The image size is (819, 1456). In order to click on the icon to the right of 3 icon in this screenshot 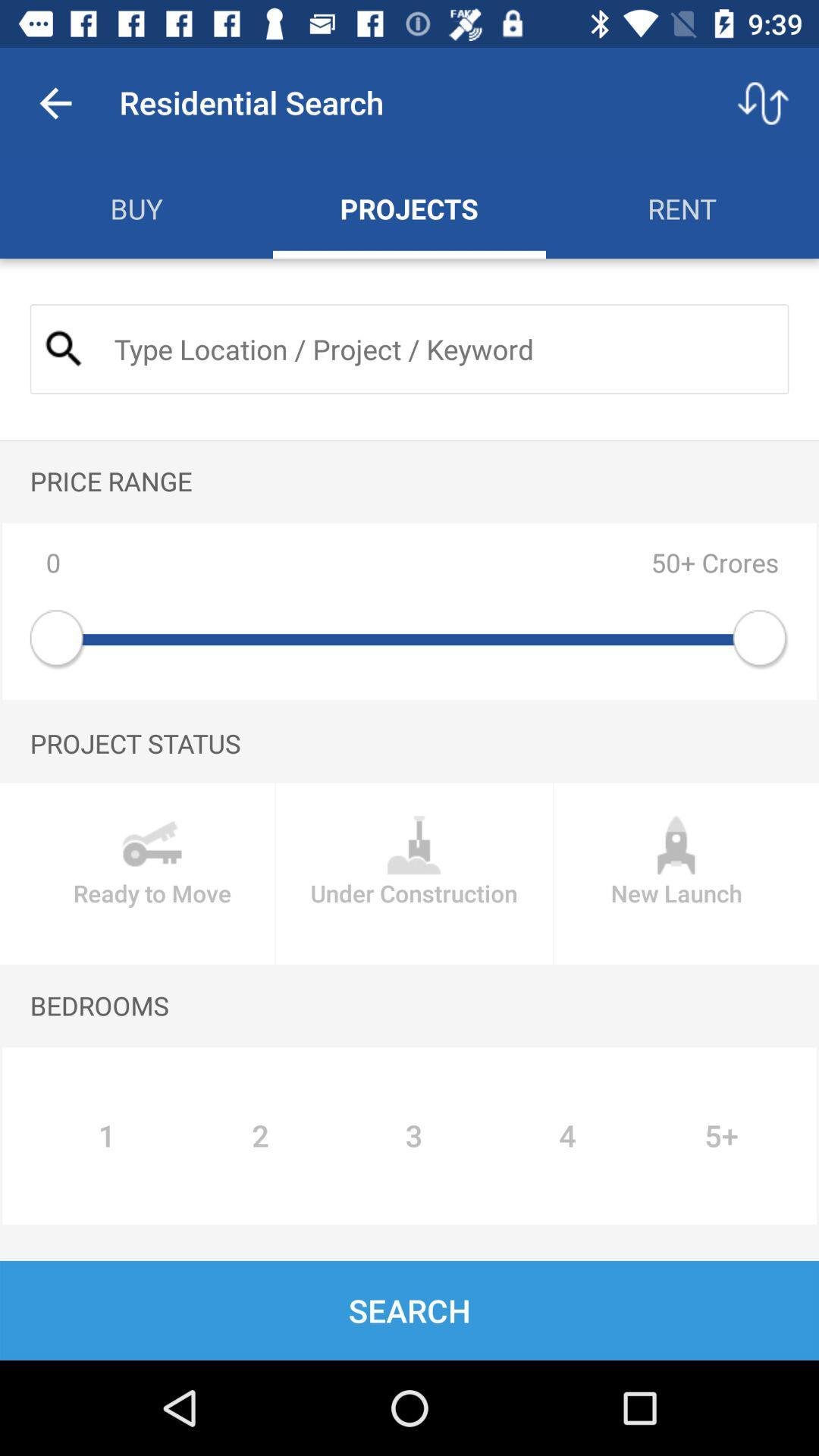, I will do `click(567, 1136)`.